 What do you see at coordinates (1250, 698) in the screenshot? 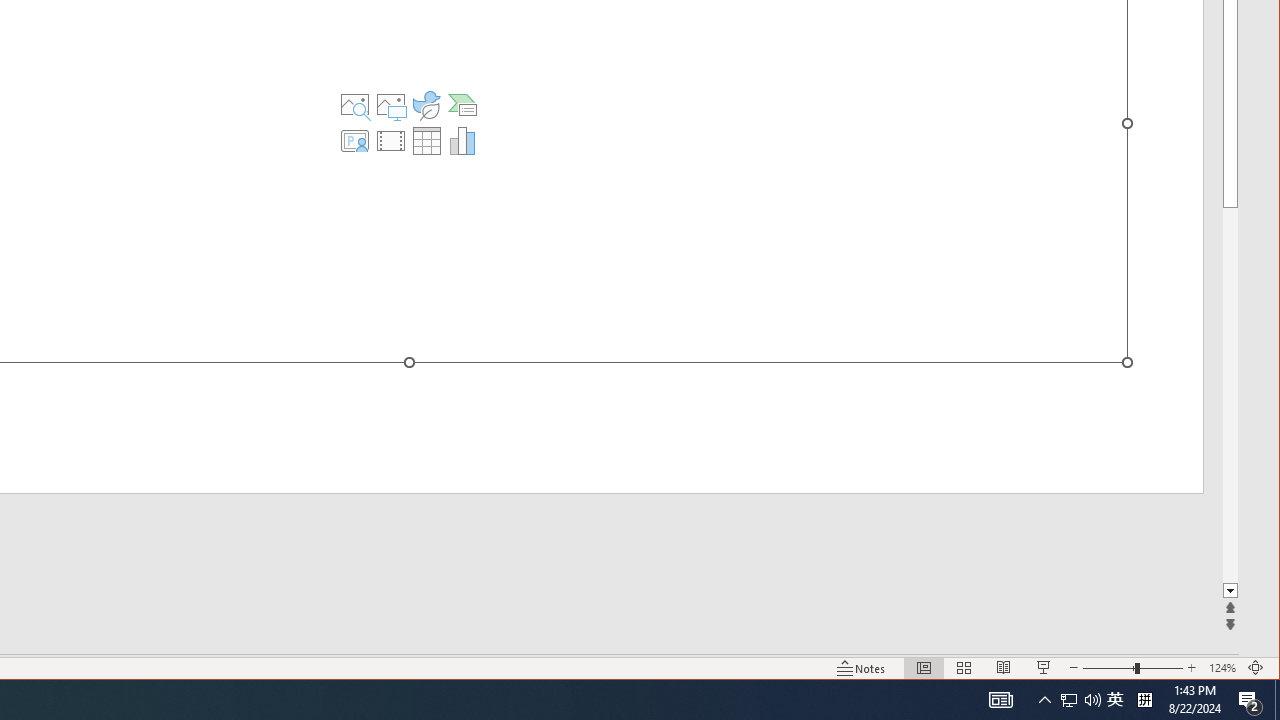
I see `'Action Center, 2 new notifications'` at bounding box center [1250, 698].